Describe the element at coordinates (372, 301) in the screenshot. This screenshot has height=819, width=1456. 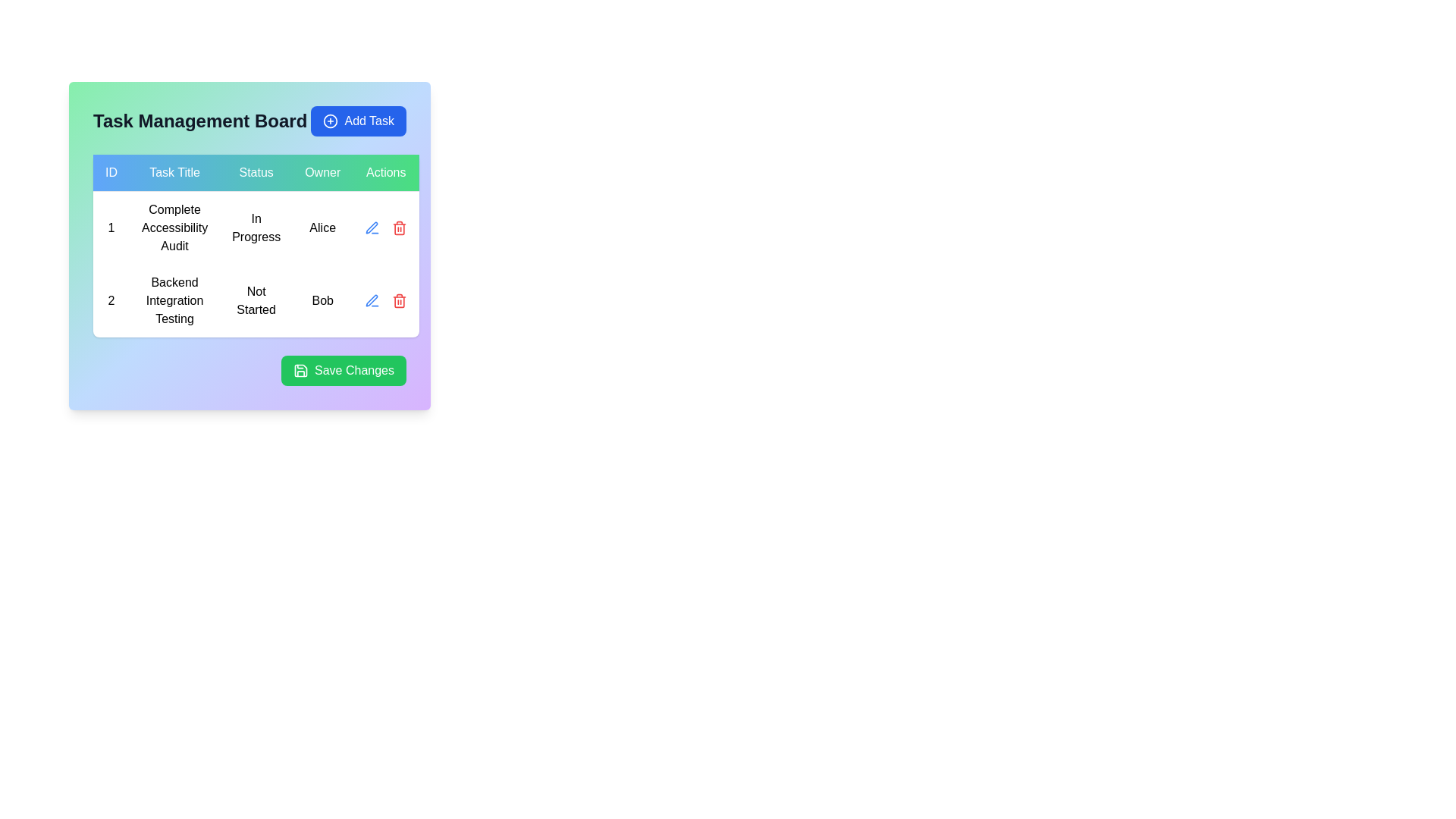
I see `the leftmost icon button in the 'Actions' column for the task 'Complete Accessibility Audit'` at that location.